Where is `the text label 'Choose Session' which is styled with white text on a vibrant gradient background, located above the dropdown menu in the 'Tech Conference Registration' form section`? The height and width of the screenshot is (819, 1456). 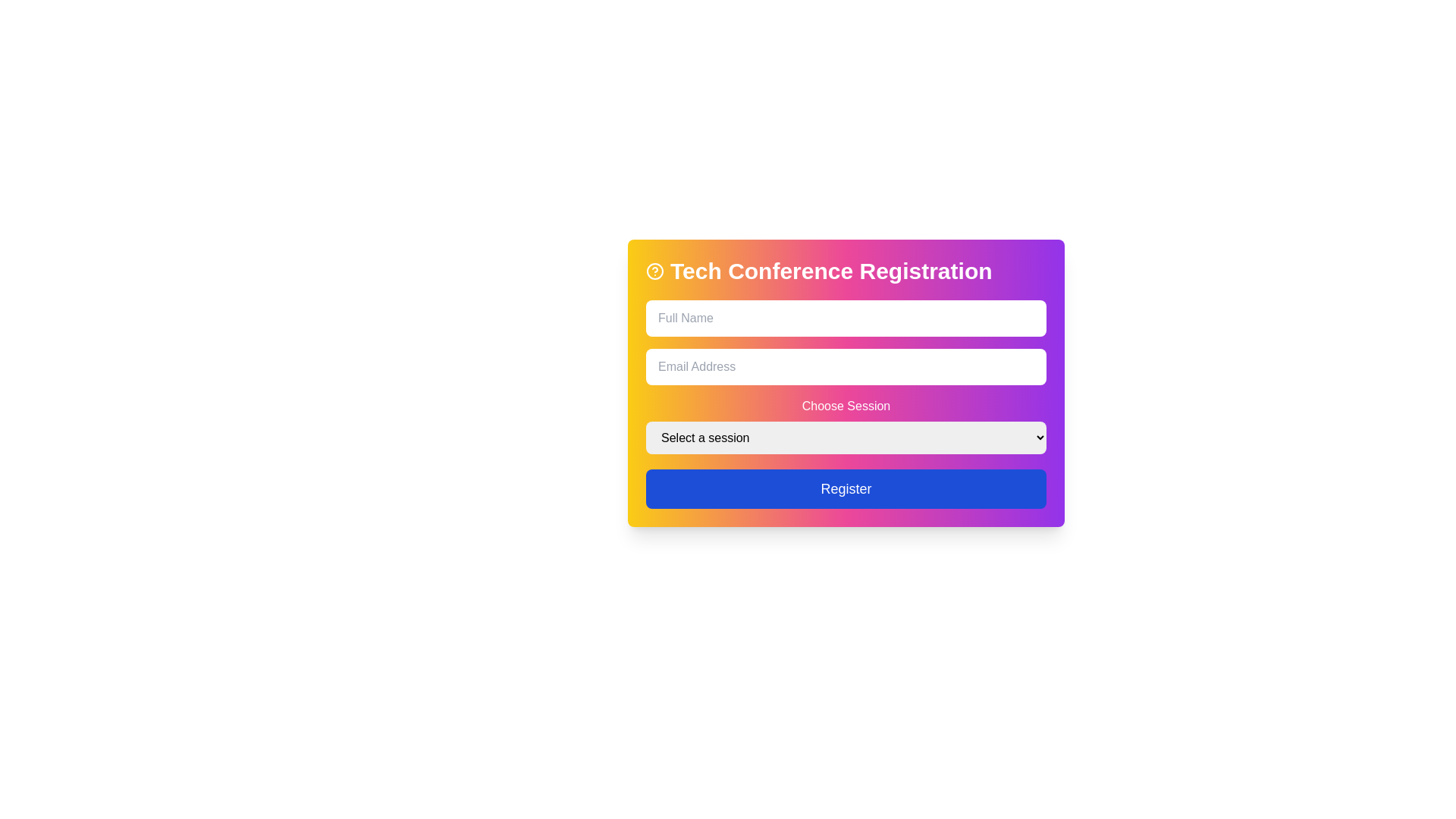 the text label 'Choose Session' which is styled with white text on a vibrant gradient background, located above the dropdown menu in the 'Tech Conference Registration' form section is located at coordinates (846, 406).